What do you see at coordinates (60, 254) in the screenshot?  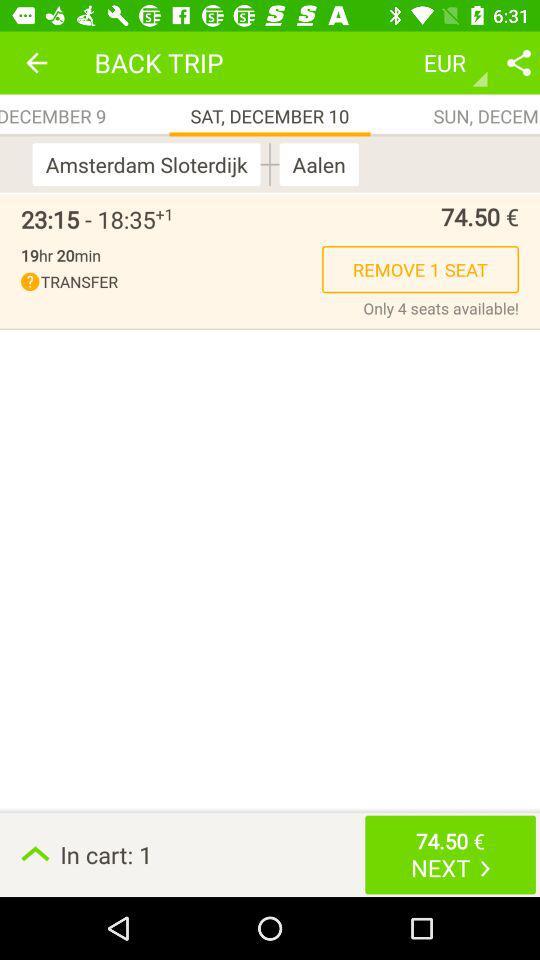 I see `the icon above the transfer` at bounding box center [60, 254].